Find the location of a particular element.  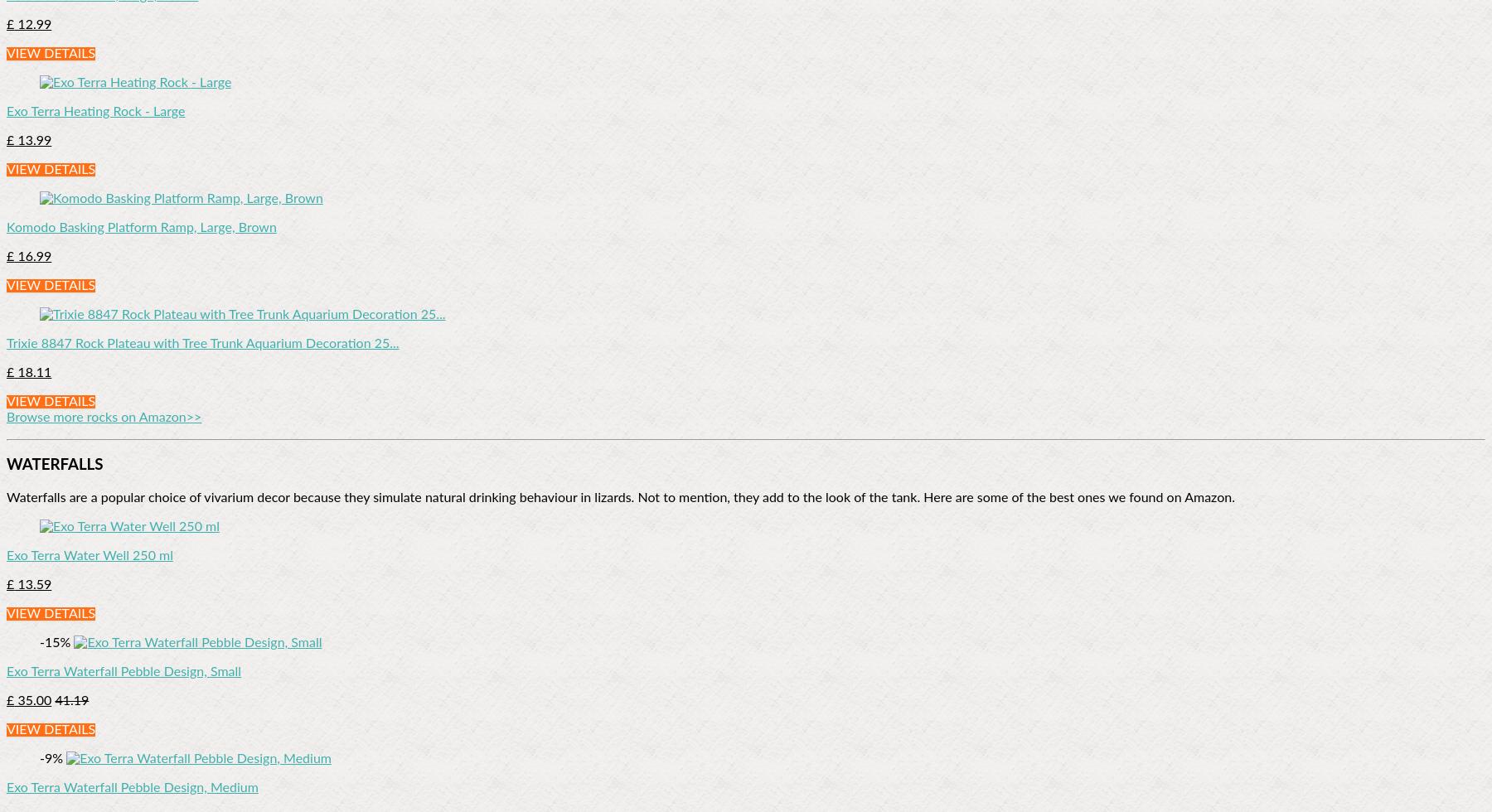

'-9%' is located at coordinates (52, 759).